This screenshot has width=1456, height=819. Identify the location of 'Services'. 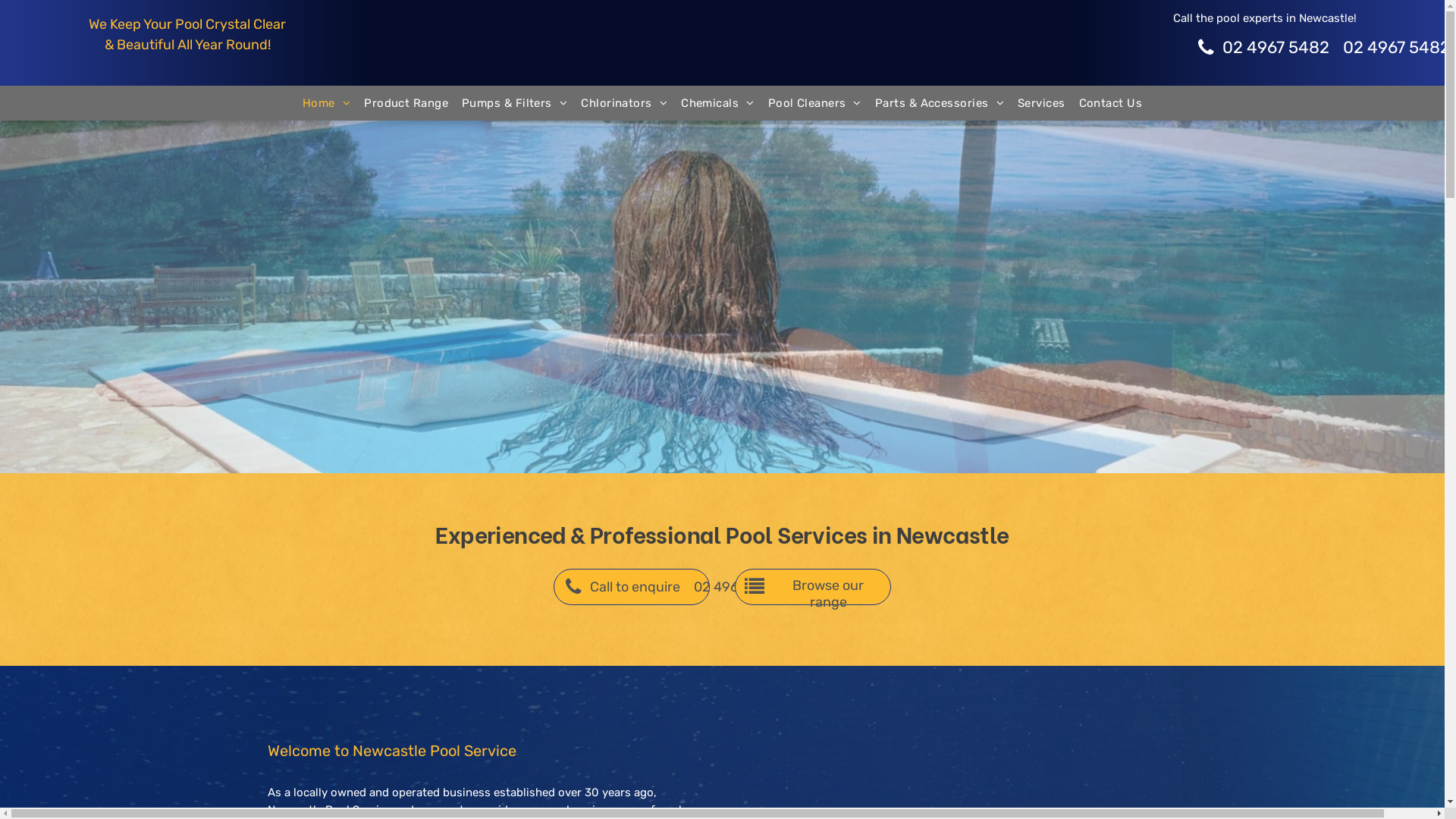
(1040, 102).